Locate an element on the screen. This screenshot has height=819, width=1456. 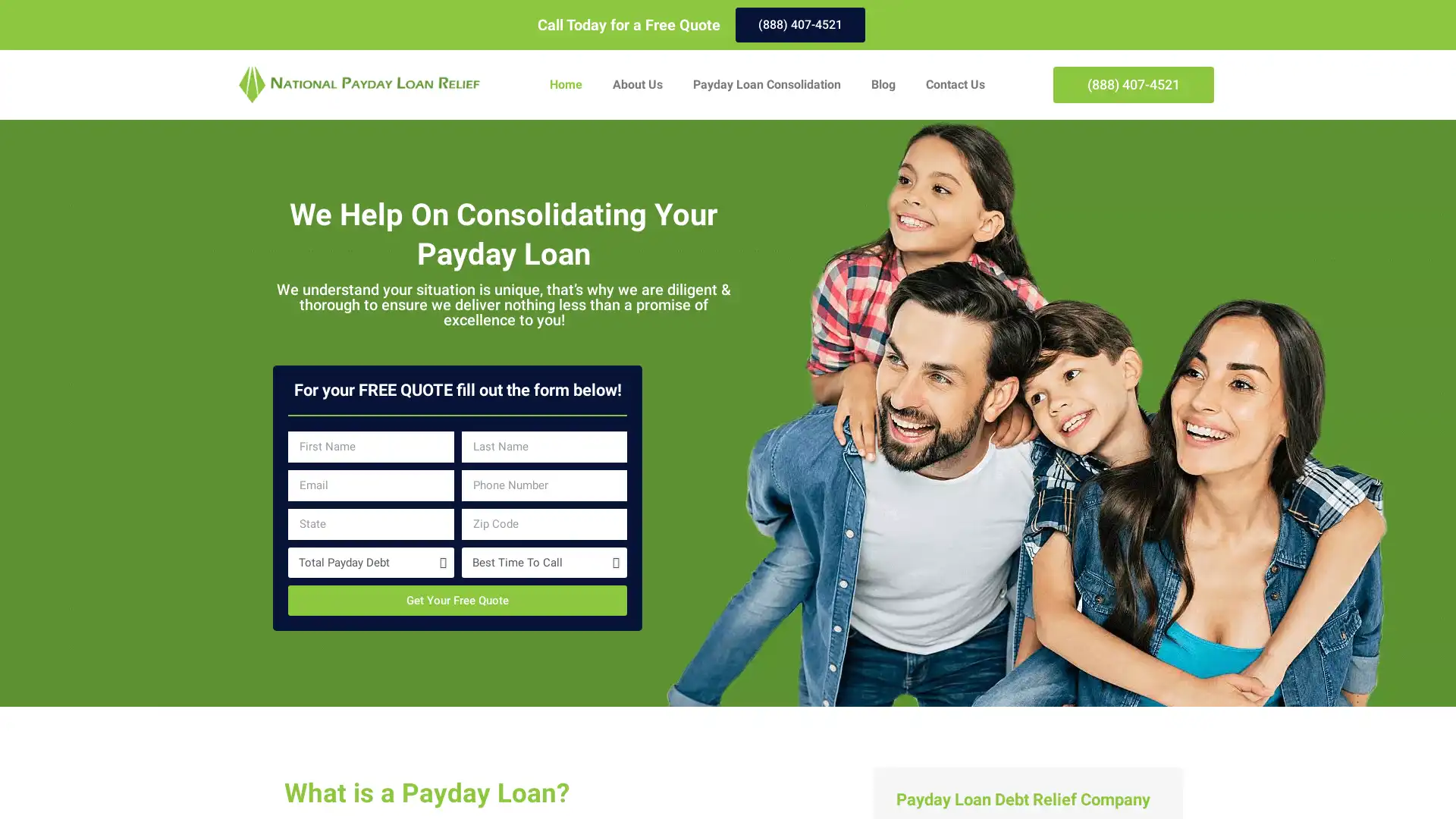
(888) 407-4521 is located at coordinates (799, 25).